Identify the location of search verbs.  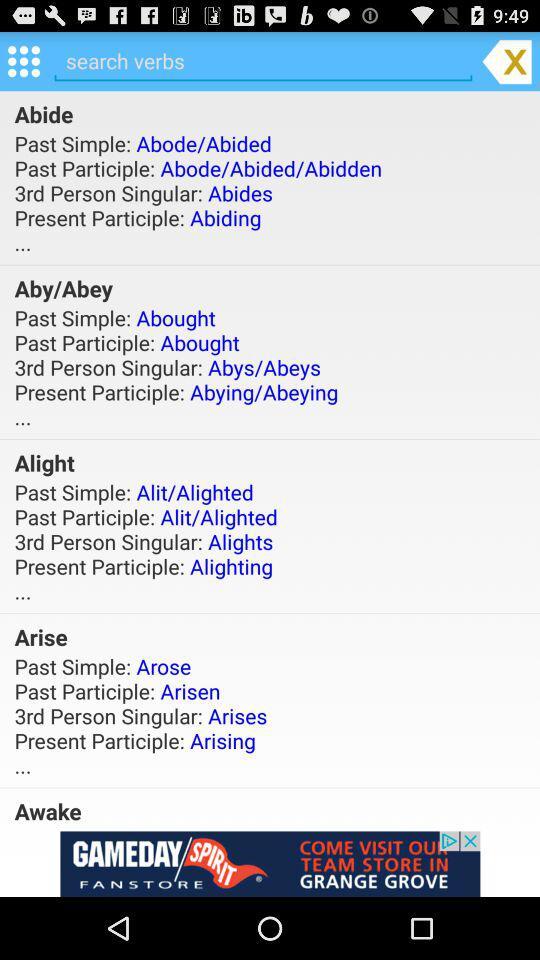
(263, 59).